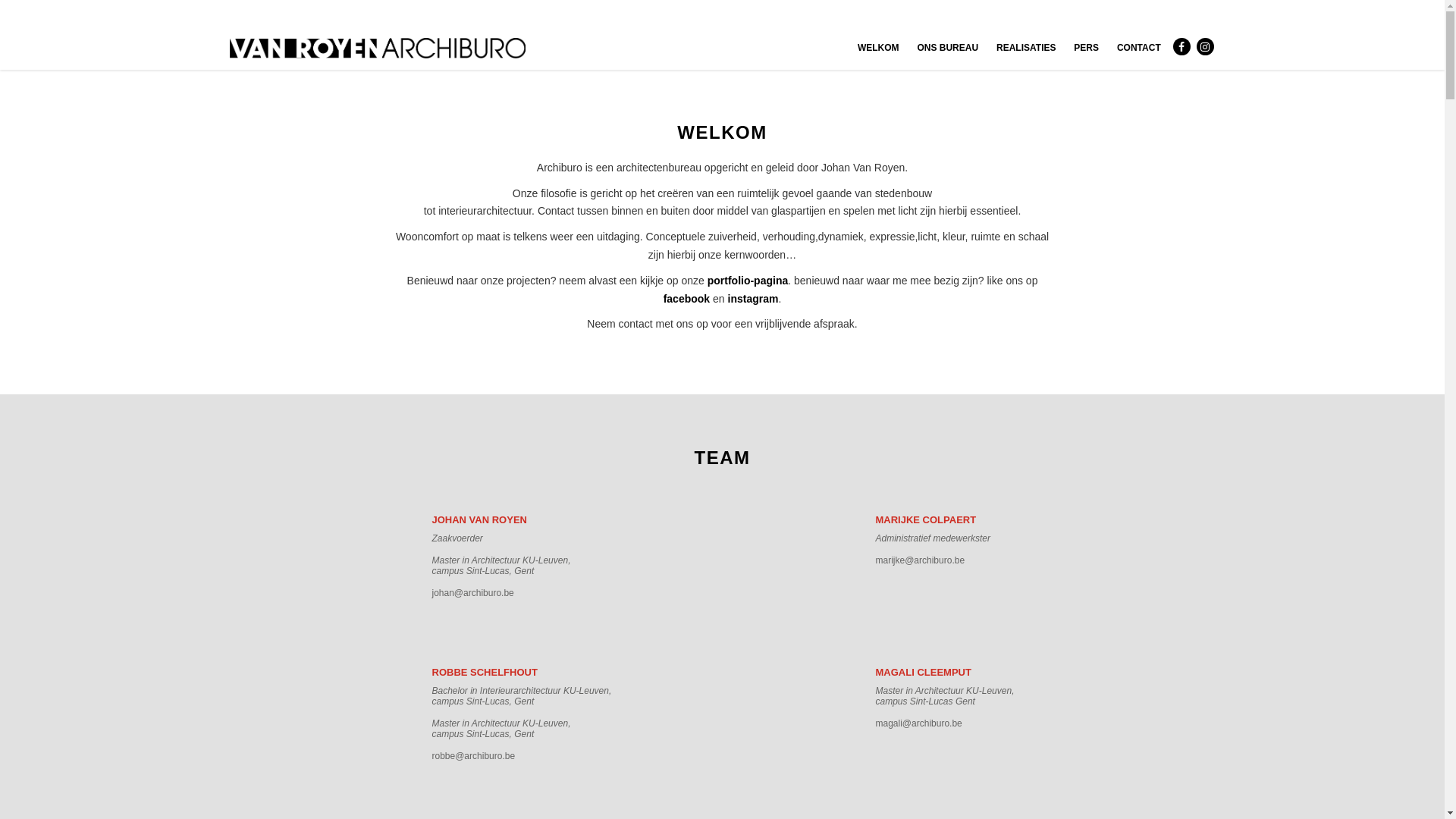  Describe the element at coordinates (878, 47) in the screenshot. I see `'WELKOM'` at that location.